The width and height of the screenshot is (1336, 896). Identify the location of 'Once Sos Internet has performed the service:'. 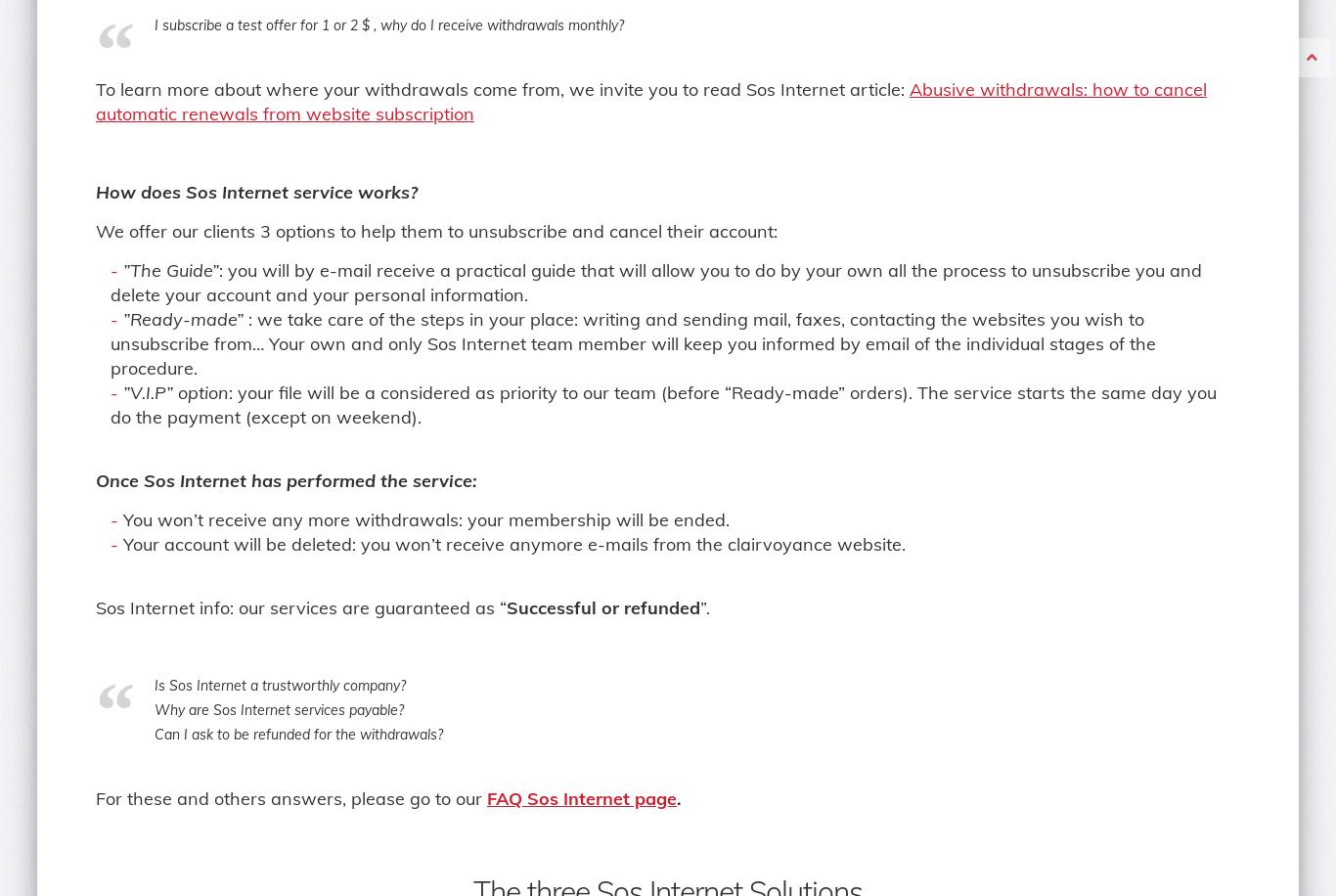
(287, 480).